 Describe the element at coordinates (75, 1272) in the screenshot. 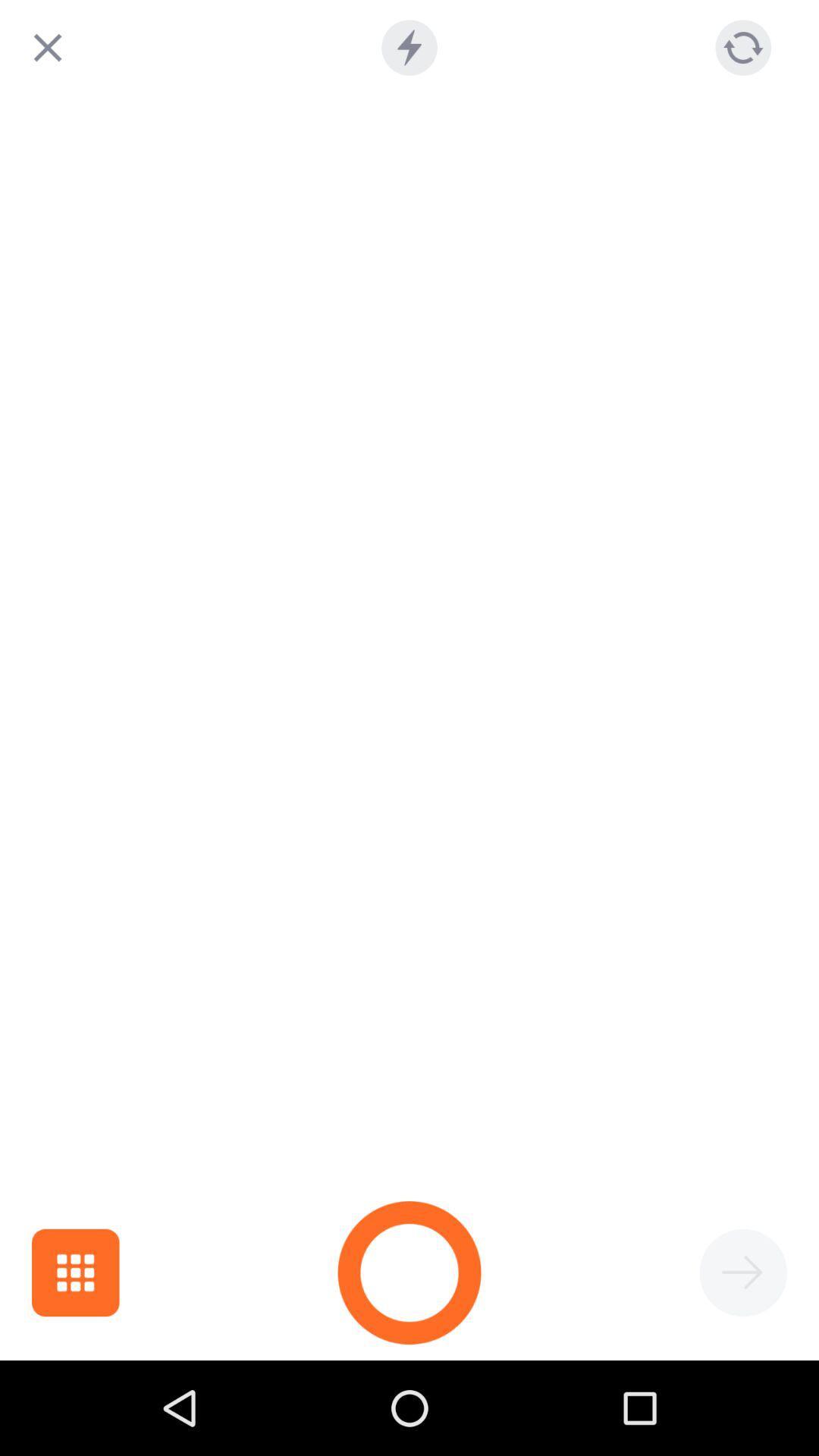

I see `the item at the bottom left corner` at that location.